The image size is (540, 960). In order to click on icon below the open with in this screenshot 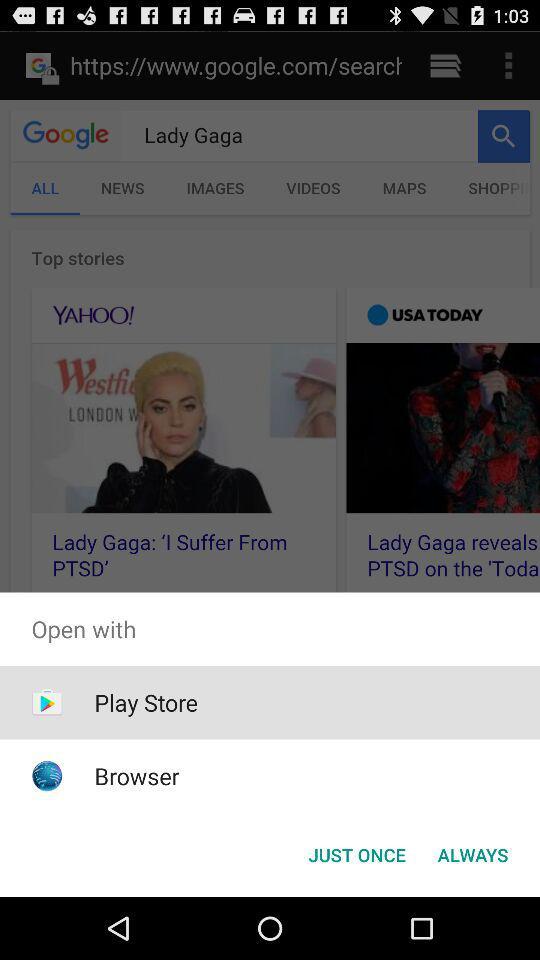, I will do `click(356, 853)`.